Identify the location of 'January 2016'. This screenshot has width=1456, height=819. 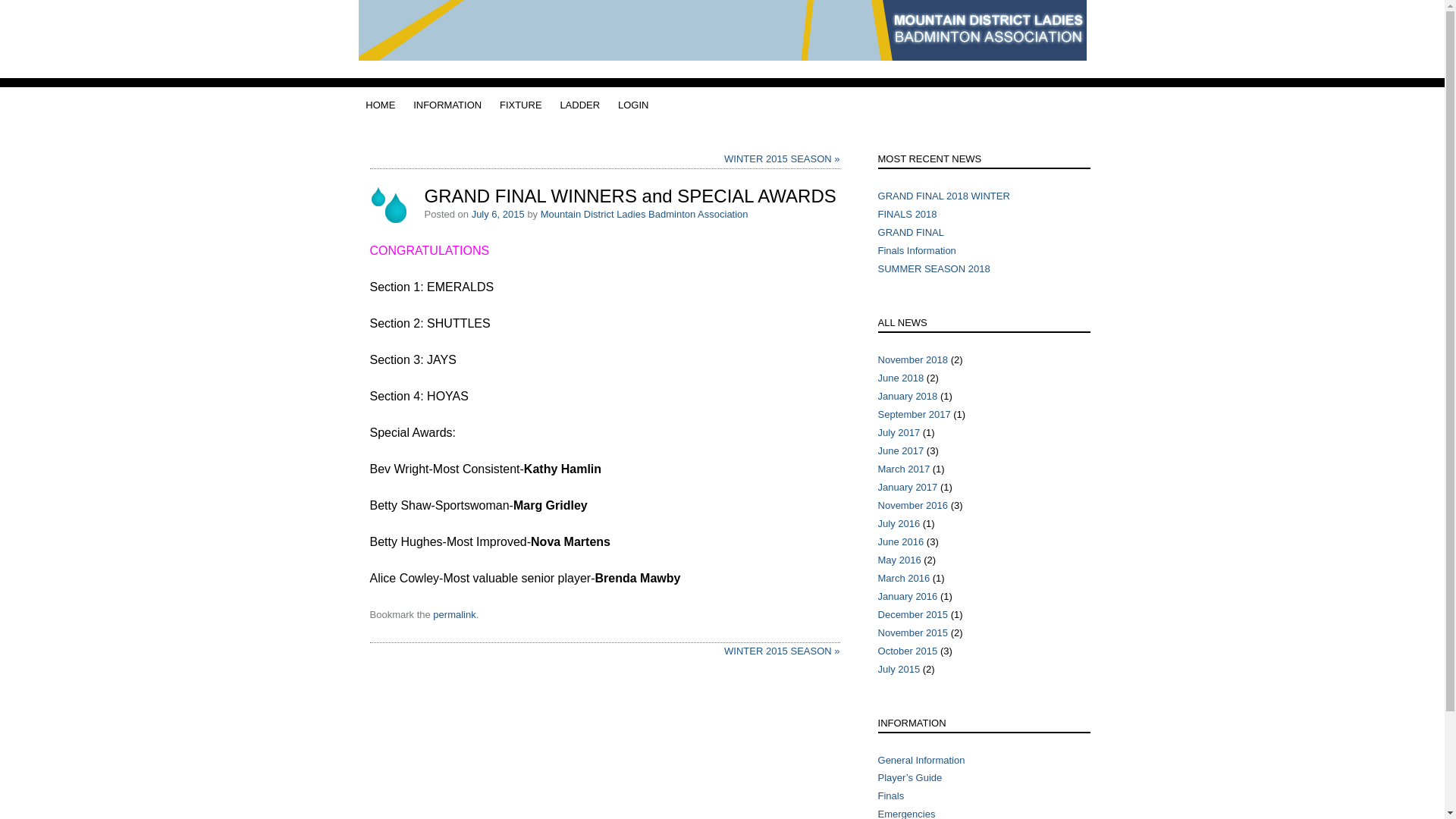
(908, 595).